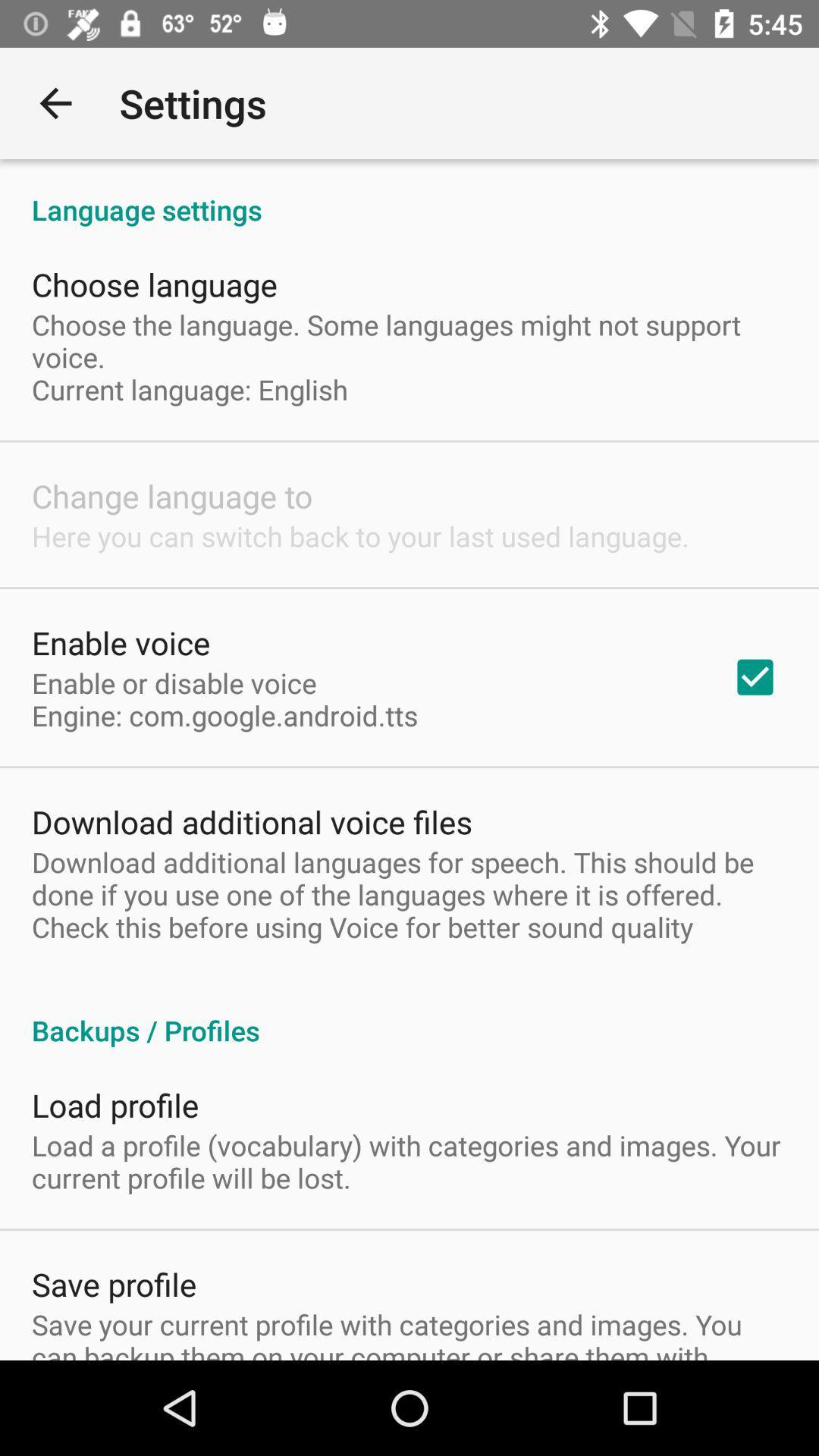  What do you see at coordinates (409, 1015) in the screenshot?
I see `item below download additional languages` at bounding box center [409, 1015].